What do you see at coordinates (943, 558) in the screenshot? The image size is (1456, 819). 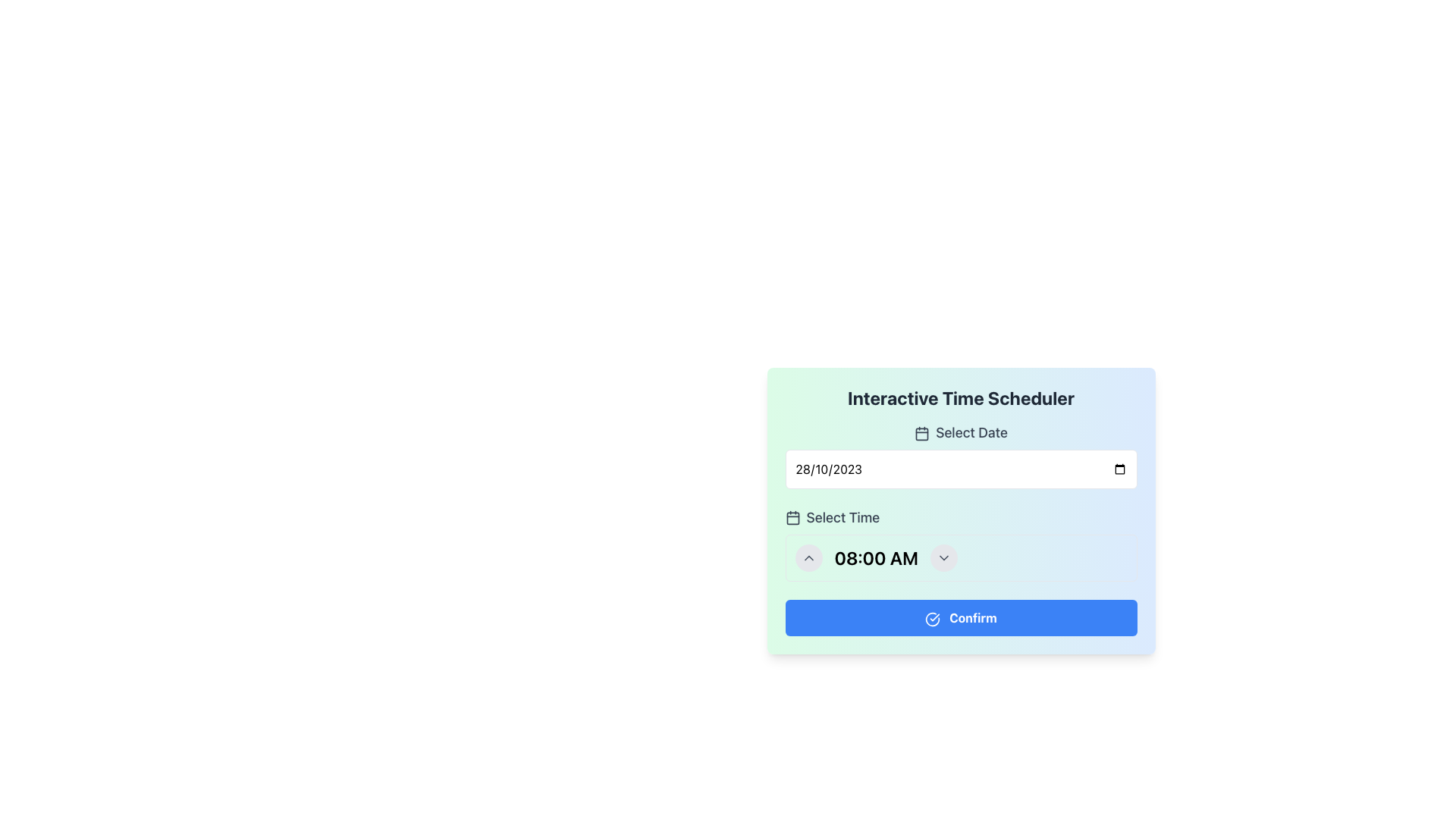 I see `the circular button with a light gray background and a downward arrow icon located to the immediate right of '08:00 AM' in the time selector interface` at bounding box center [943, 558].